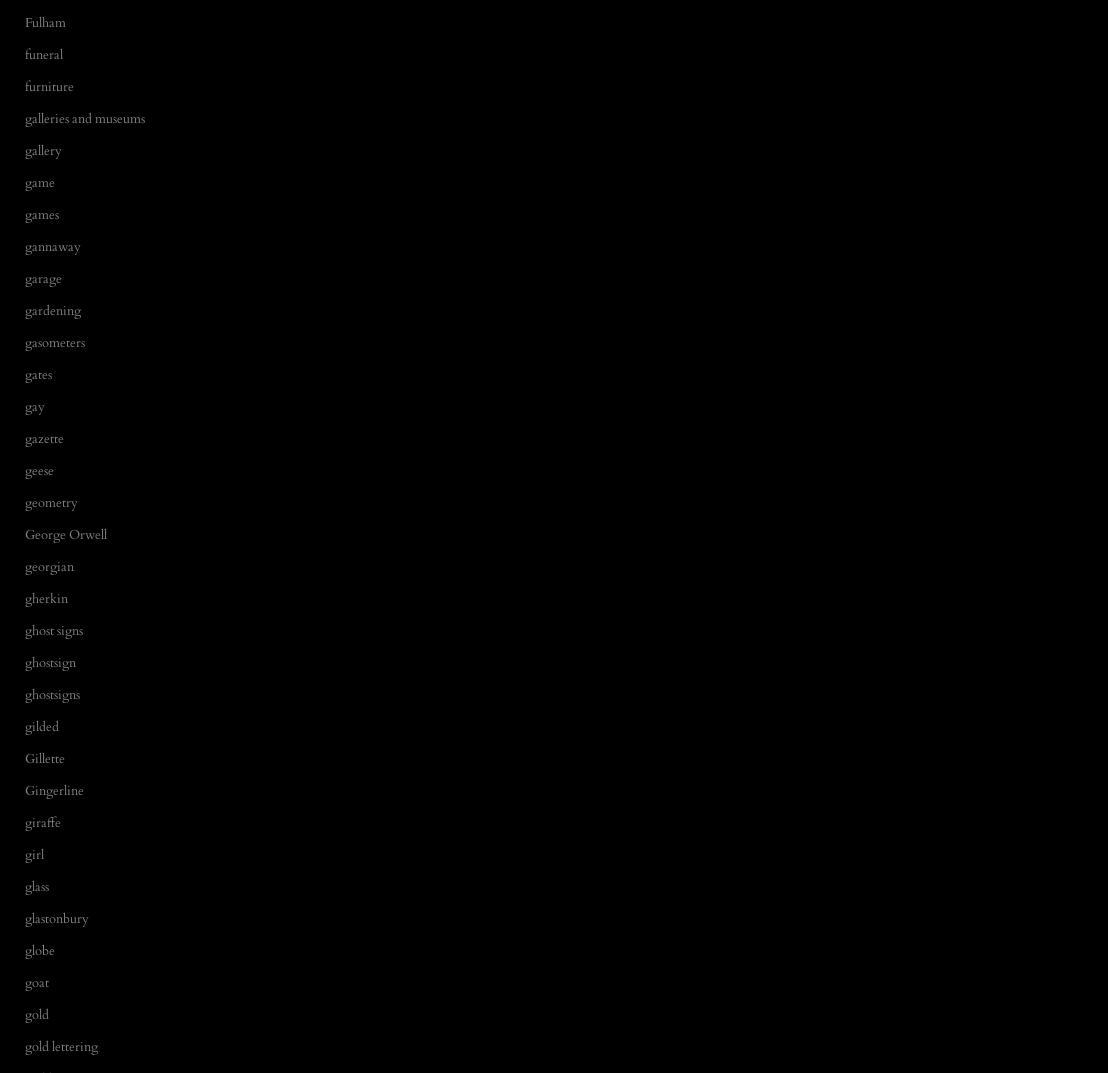 Image resolution: width=1108 pixels, height=1073 pixels. I want to click on 'ghostsigns', so click(51, 694).